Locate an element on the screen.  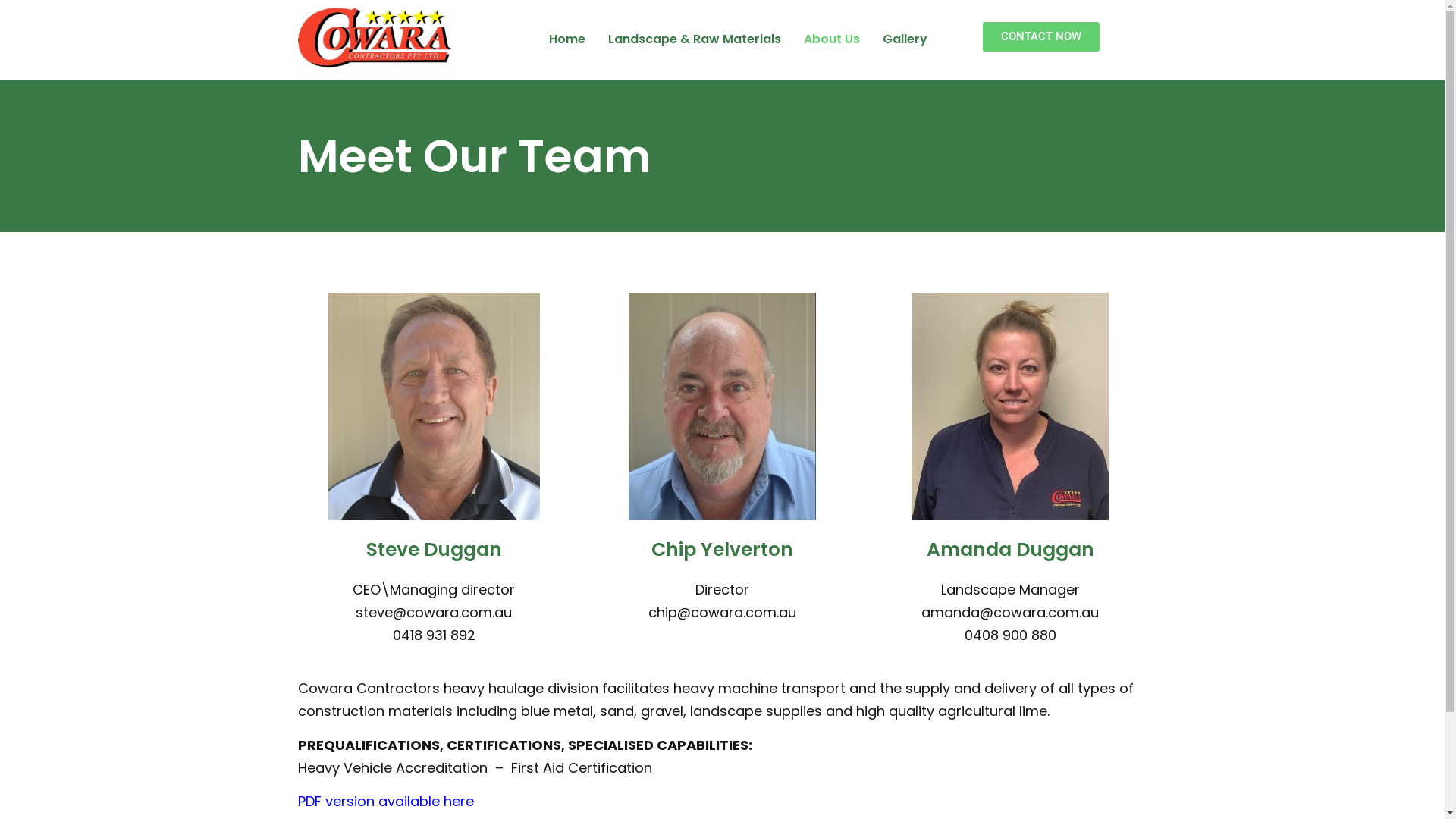
'here' is located at coordinates (457, 800).